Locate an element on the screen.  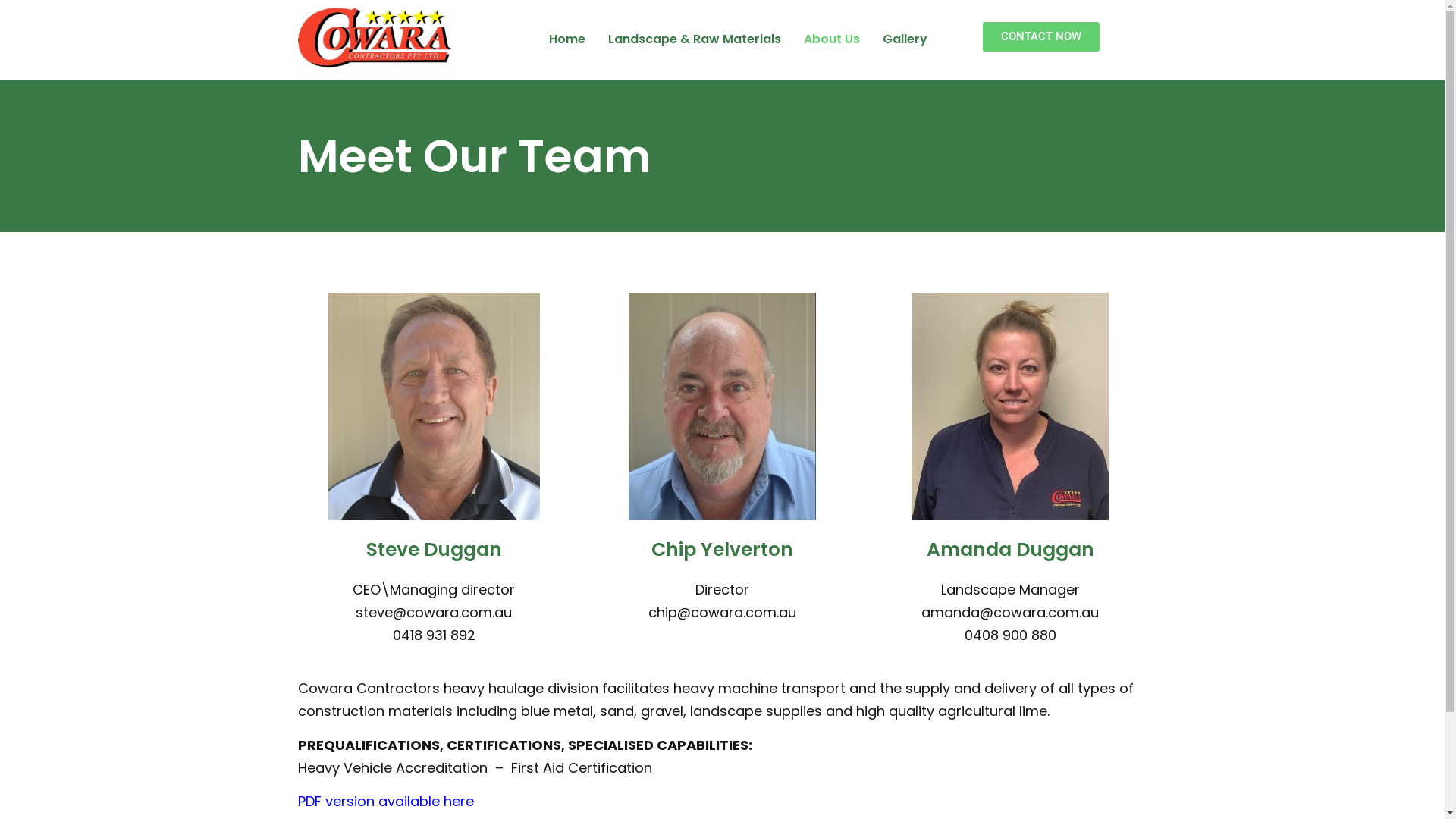
'here' is located at coordinates (457, 800).